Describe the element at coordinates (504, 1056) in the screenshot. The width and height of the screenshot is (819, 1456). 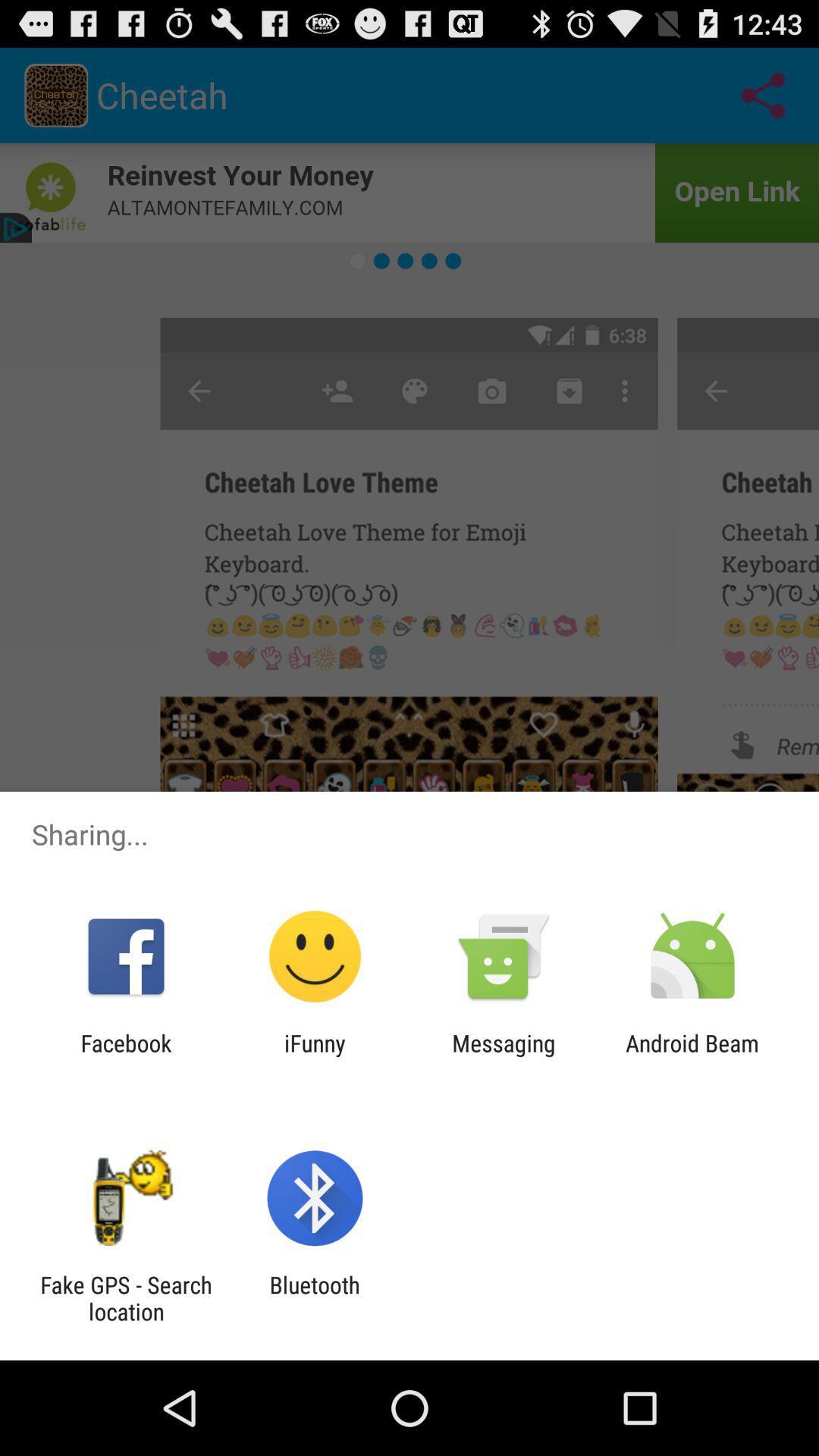
I see `the item to the right of ifunny app` at that location.